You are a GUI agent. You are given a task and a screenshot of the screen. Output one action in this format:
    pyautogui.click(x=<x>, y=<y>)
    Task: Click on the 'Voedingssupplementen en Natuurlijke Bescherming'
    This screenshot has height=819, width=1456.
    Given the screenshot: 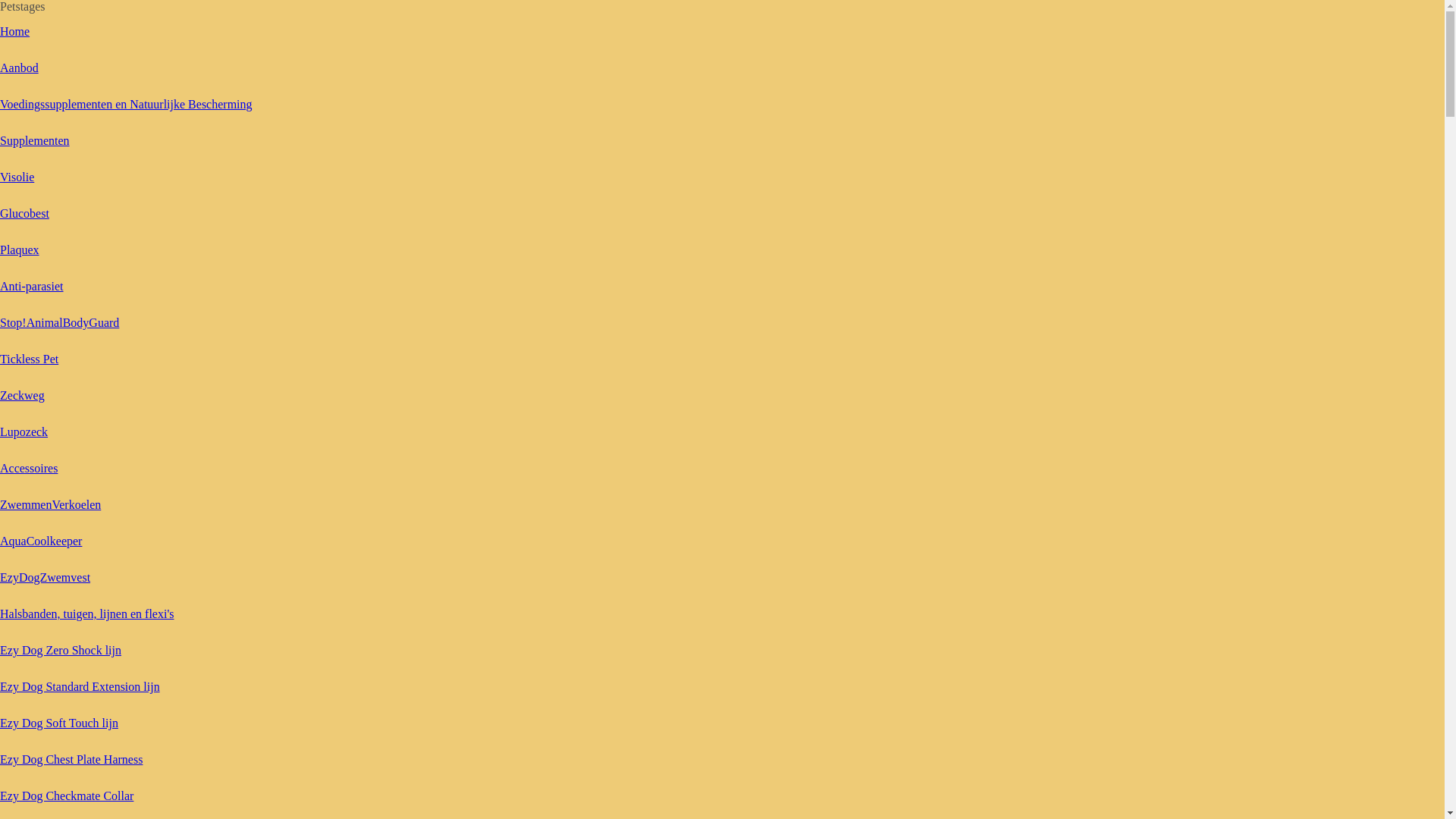 What is the action you would take?
    pyautogui.click(x=126, y=103)
    